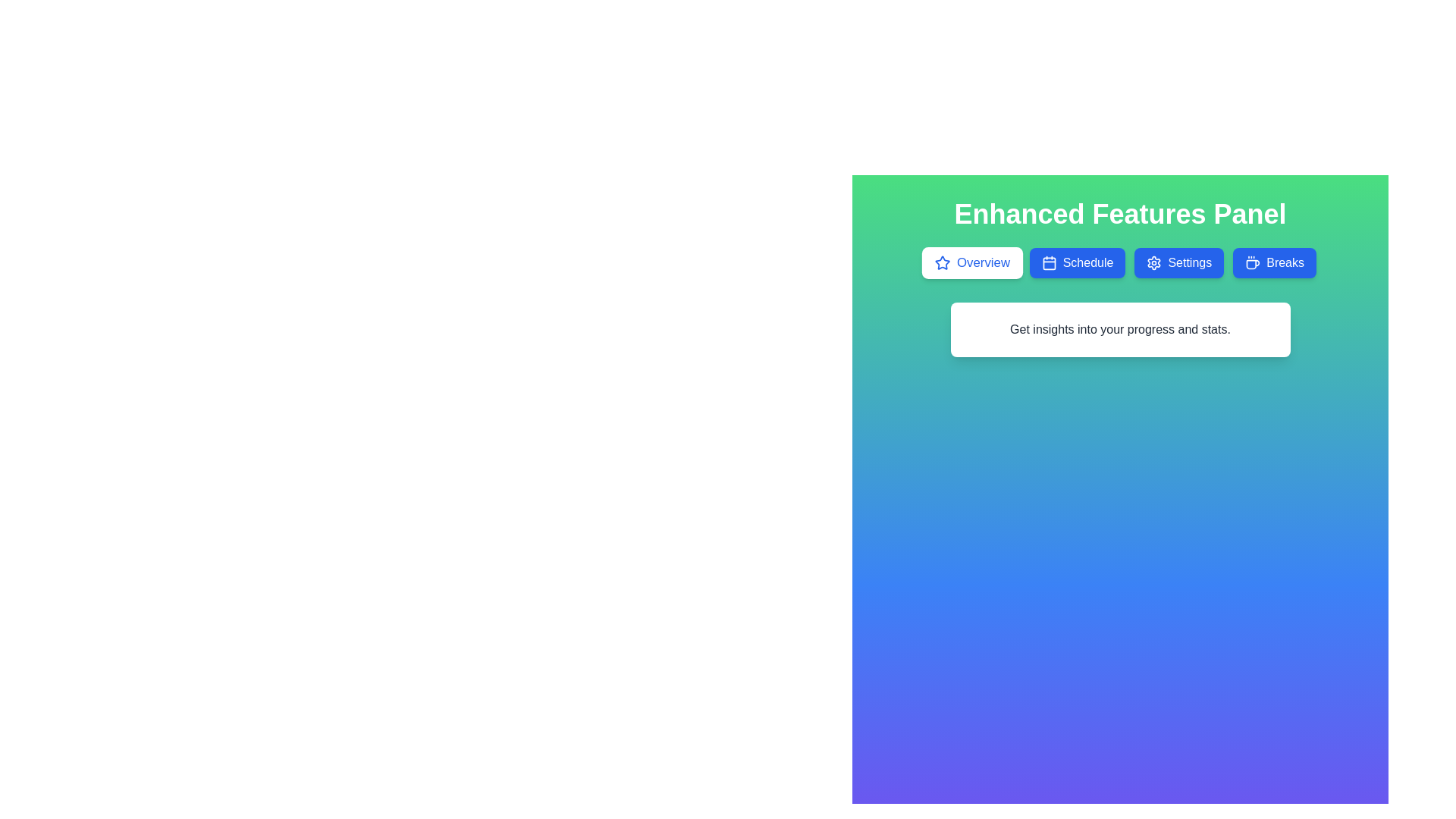  I want to click on the settings icon, which is a small gear-like shape located within the 'Settings' button, so click(1153, 262).